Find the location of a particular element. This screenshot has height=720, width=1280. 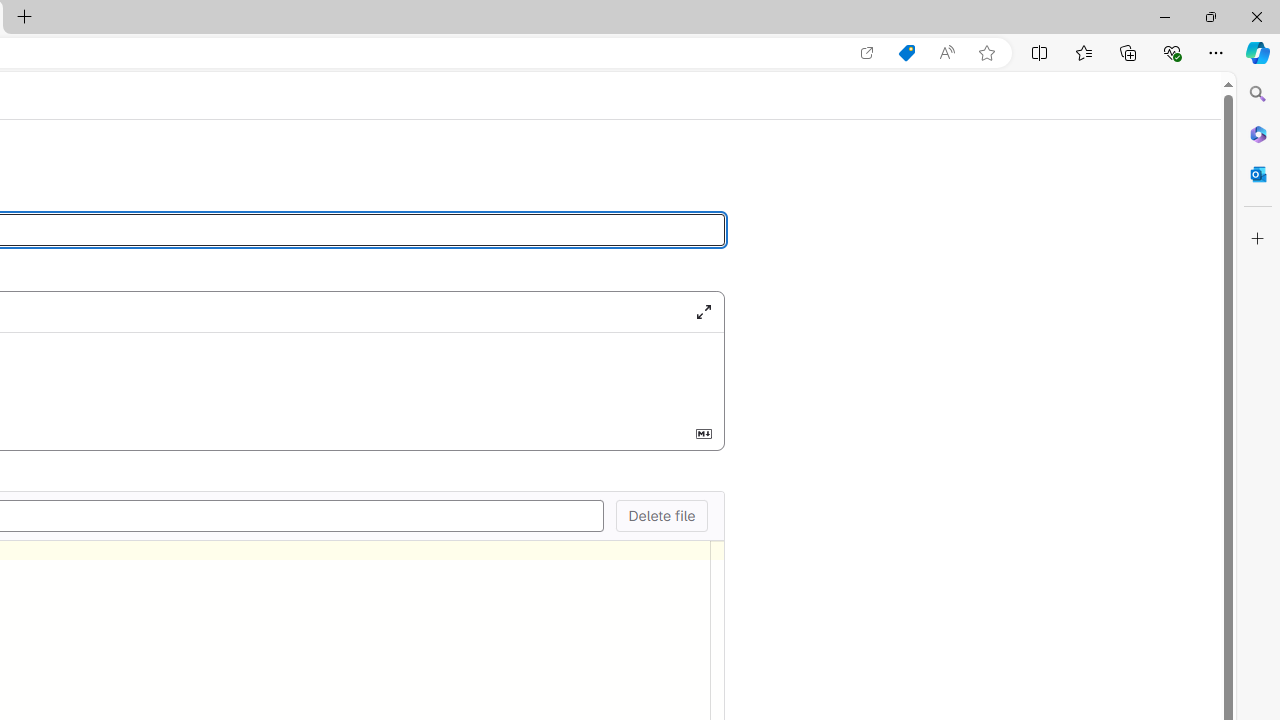

'Close Outlook pane' is located at coordinates (1257, 173).